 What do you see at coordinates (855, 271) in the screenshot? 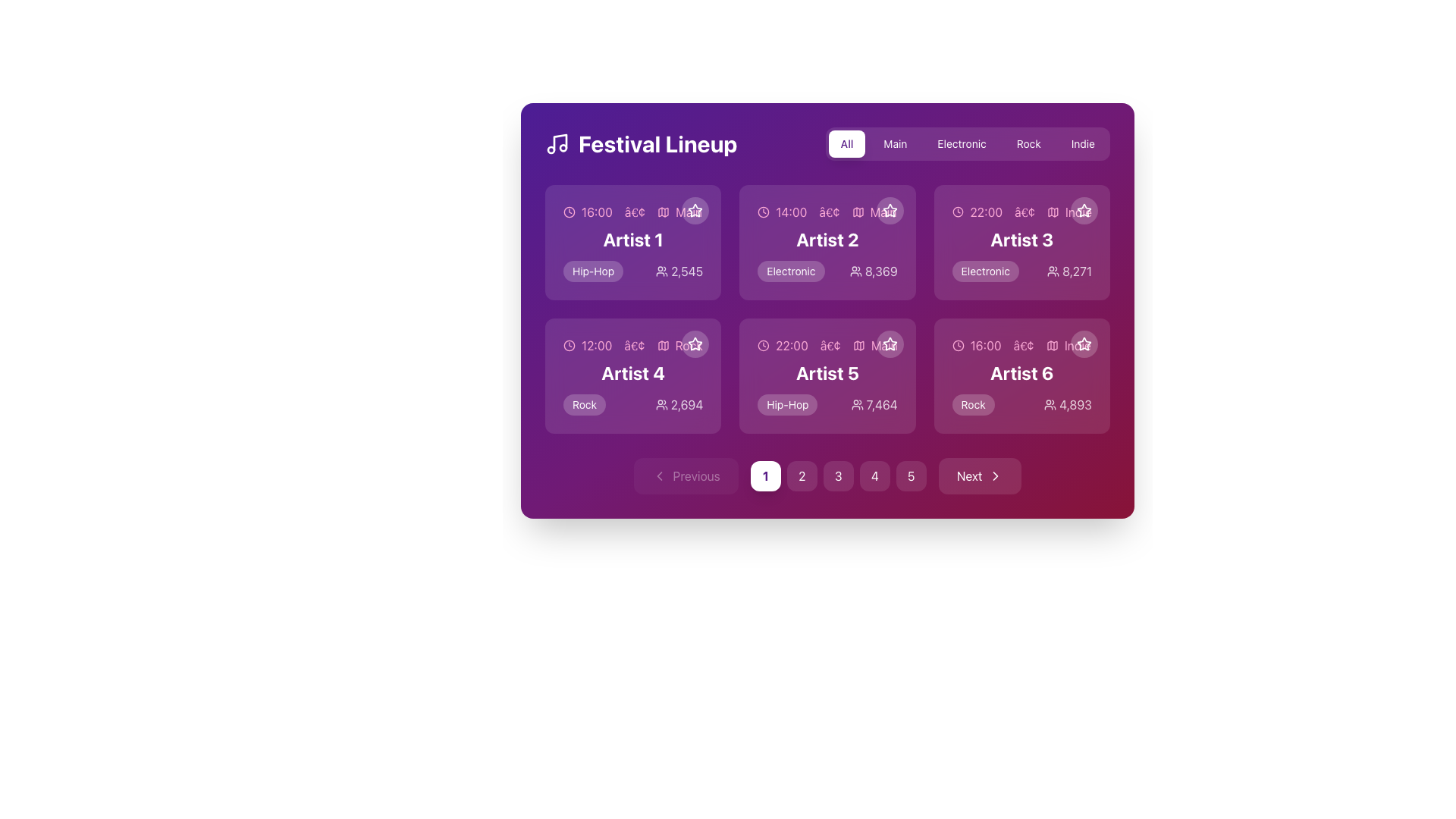
I see `the small icon resembling a group of people, which is located to the left of the numeric value '8,369' in the second card of the top row of the grid layout` at bounding box center [855, 271].